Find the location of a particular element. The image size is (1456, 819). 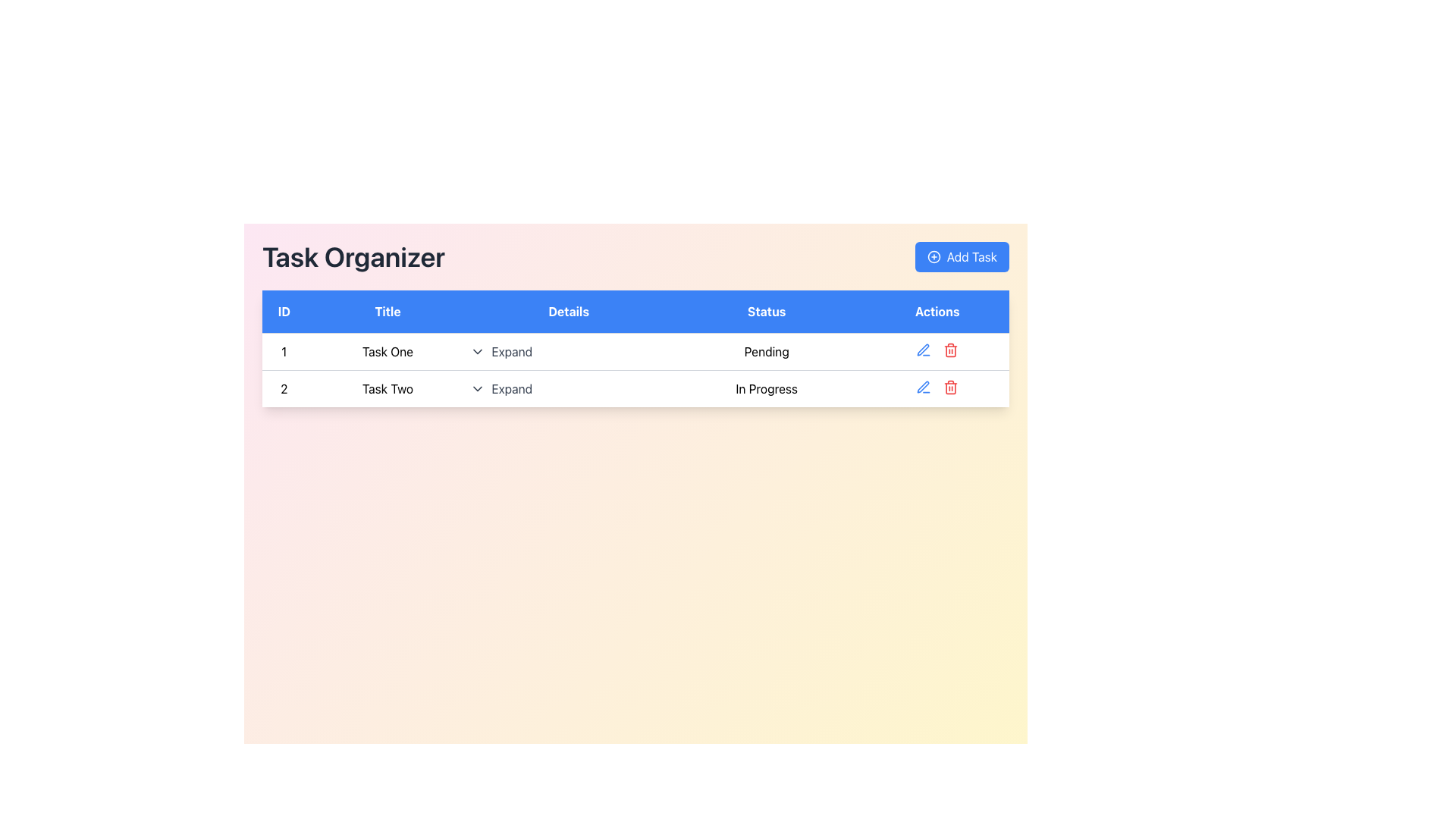

the 'Add Task' button which contains a circular icon with a plus (+) symbol on its left side is located at coordinates (933, 256).